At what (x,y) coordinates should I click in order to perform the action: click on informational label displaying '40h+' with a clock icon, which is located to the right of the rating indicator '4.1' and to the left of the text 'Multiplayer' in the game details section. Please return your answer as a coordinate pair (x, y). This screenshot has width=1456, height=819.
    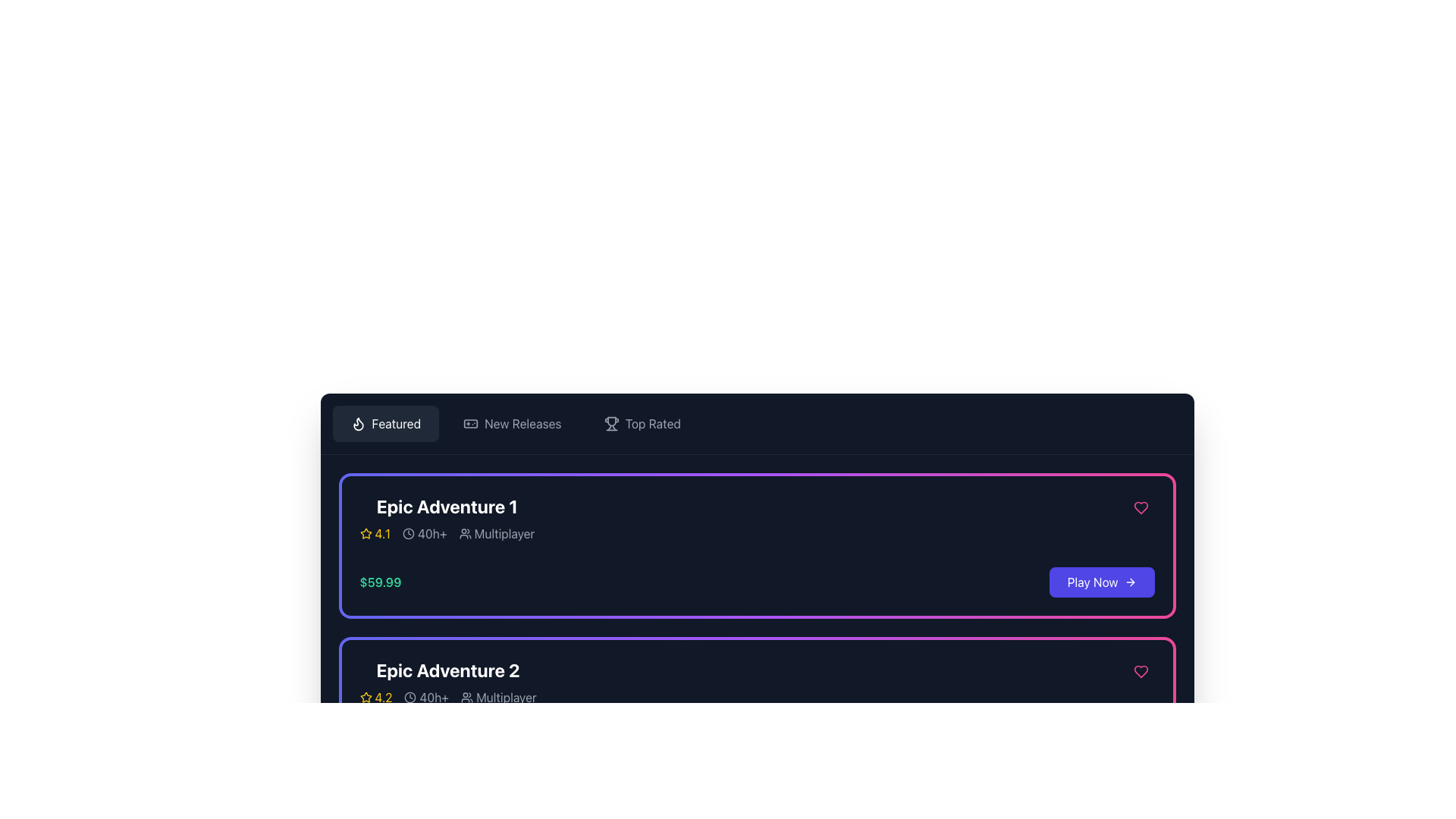
    Looking at the image, I should click on (425, 533).